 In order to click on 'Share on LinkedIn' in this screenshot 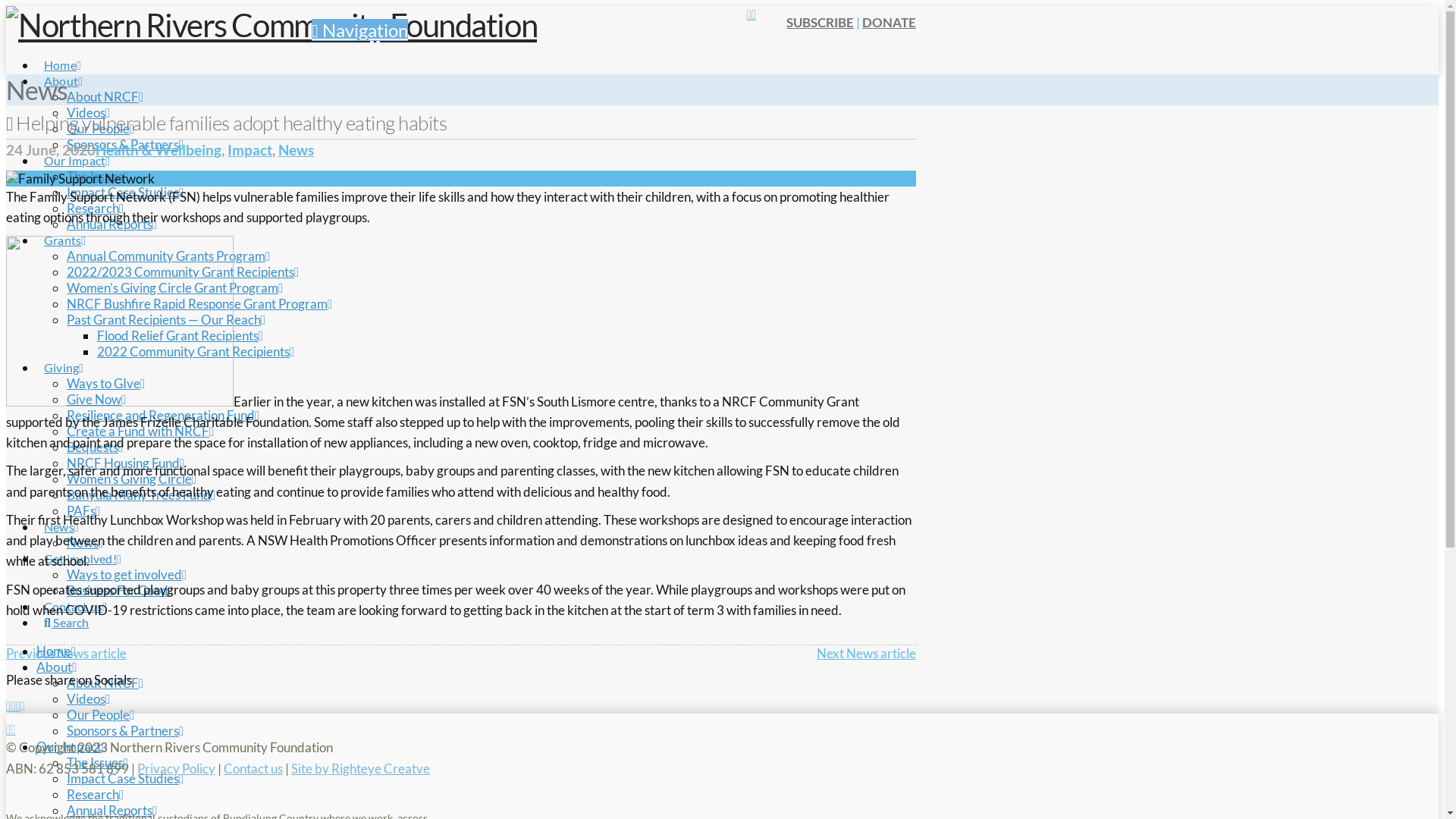, I will do `click(17, 705)`.